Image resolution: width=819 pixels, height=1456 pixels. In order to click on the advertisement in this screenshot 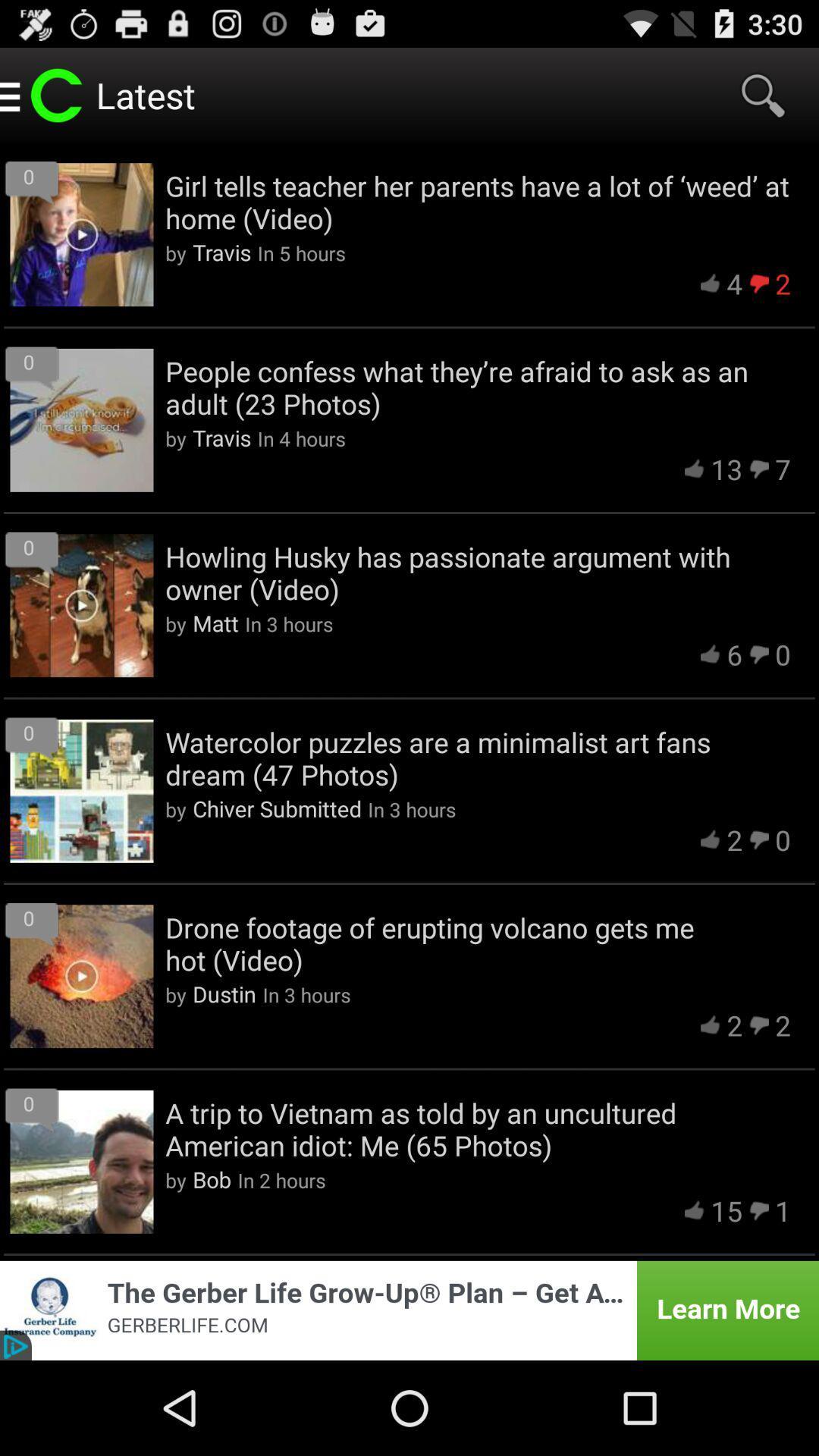, I will do `click(409, 1310)`.